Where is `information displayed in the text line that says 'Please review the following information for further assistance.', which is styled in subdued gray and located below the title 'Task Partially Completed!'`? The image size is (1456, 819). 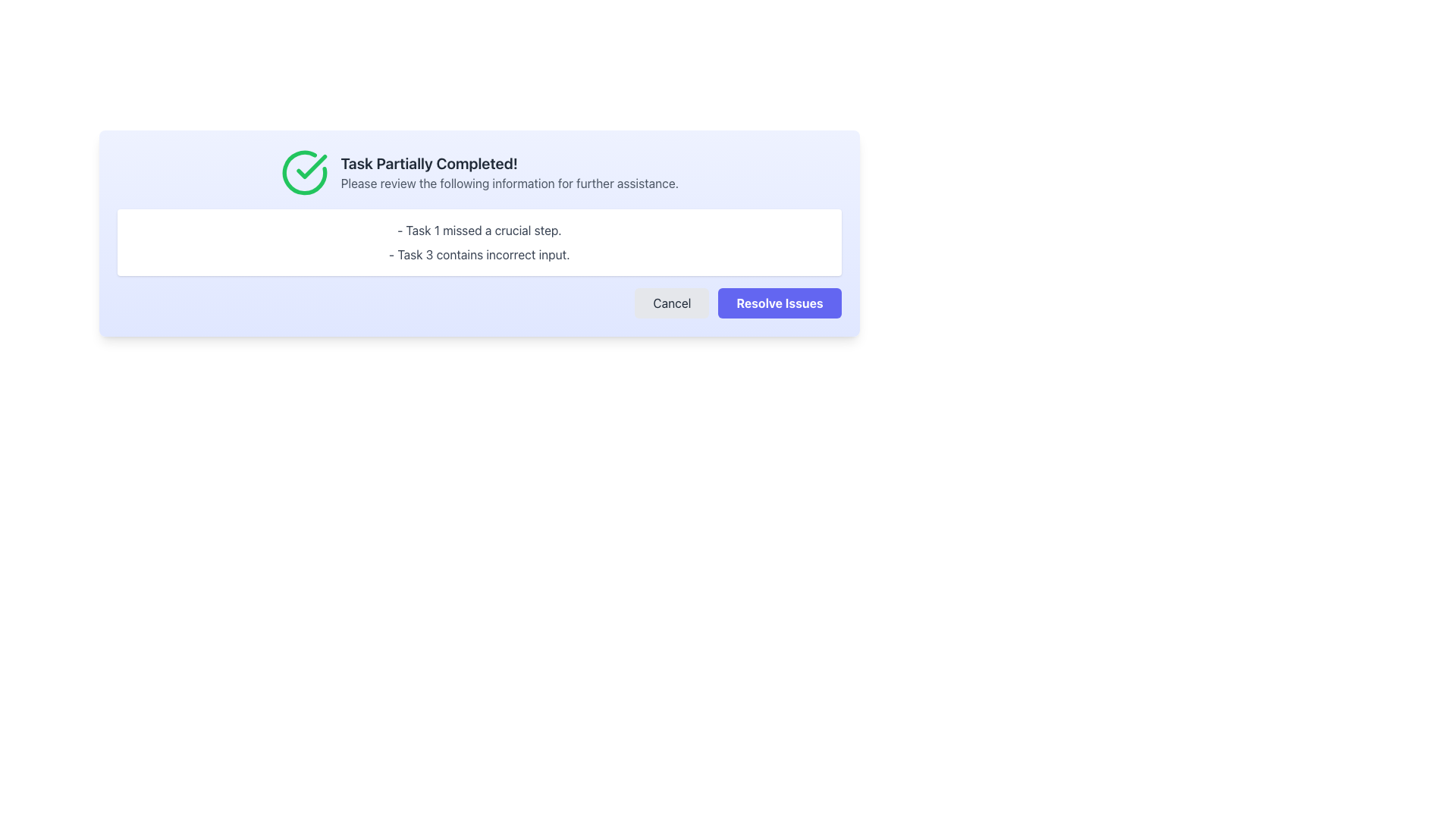 information displayed in the text line that says 'Please review the following information for further assistance.', which is styled in subdued gray and located below the title 'Task Partially Completed!' is located at coordinates (510, 183).